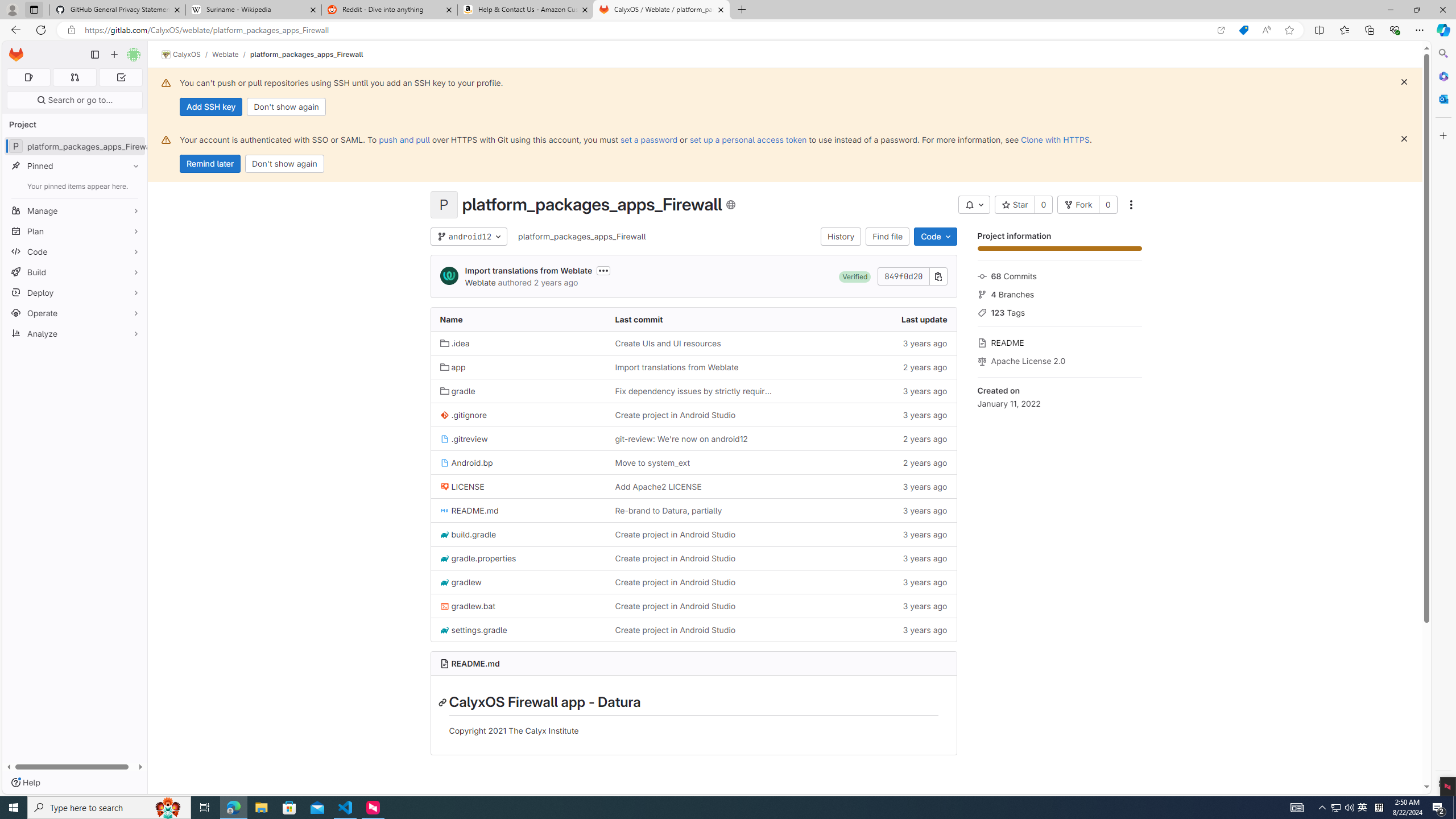 The height and width of the screenshot is (819, 1456). Describe the element at coordinates (1059, 311) in the screenshot. I see `'123 Tags'` at that location.